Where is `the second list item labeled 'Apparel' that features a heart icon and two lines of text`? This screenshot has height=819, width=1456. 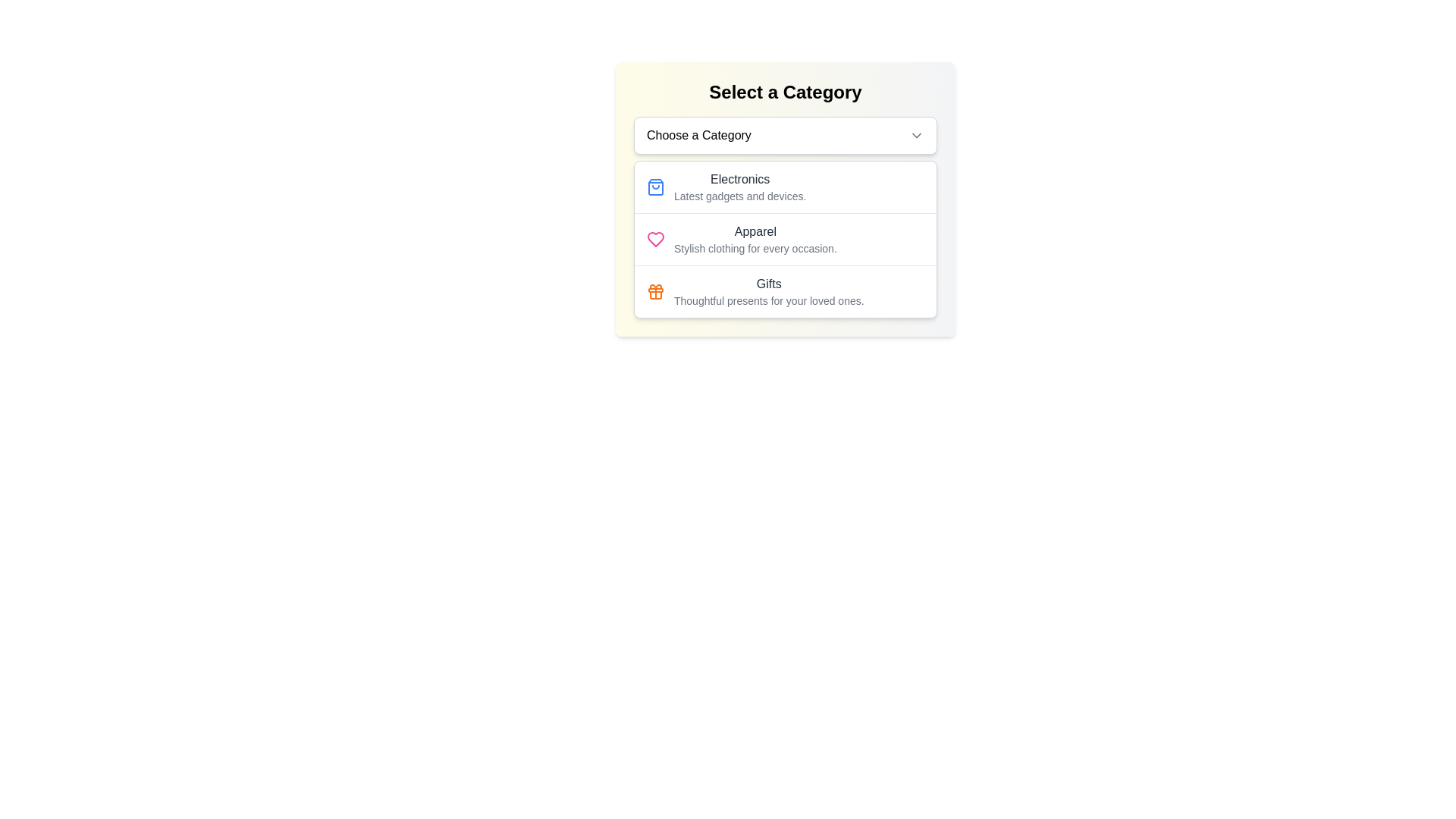
the second list item labeled 'Apparel' that features a heart icon and two lines of text is located at coordinates (786, 239).